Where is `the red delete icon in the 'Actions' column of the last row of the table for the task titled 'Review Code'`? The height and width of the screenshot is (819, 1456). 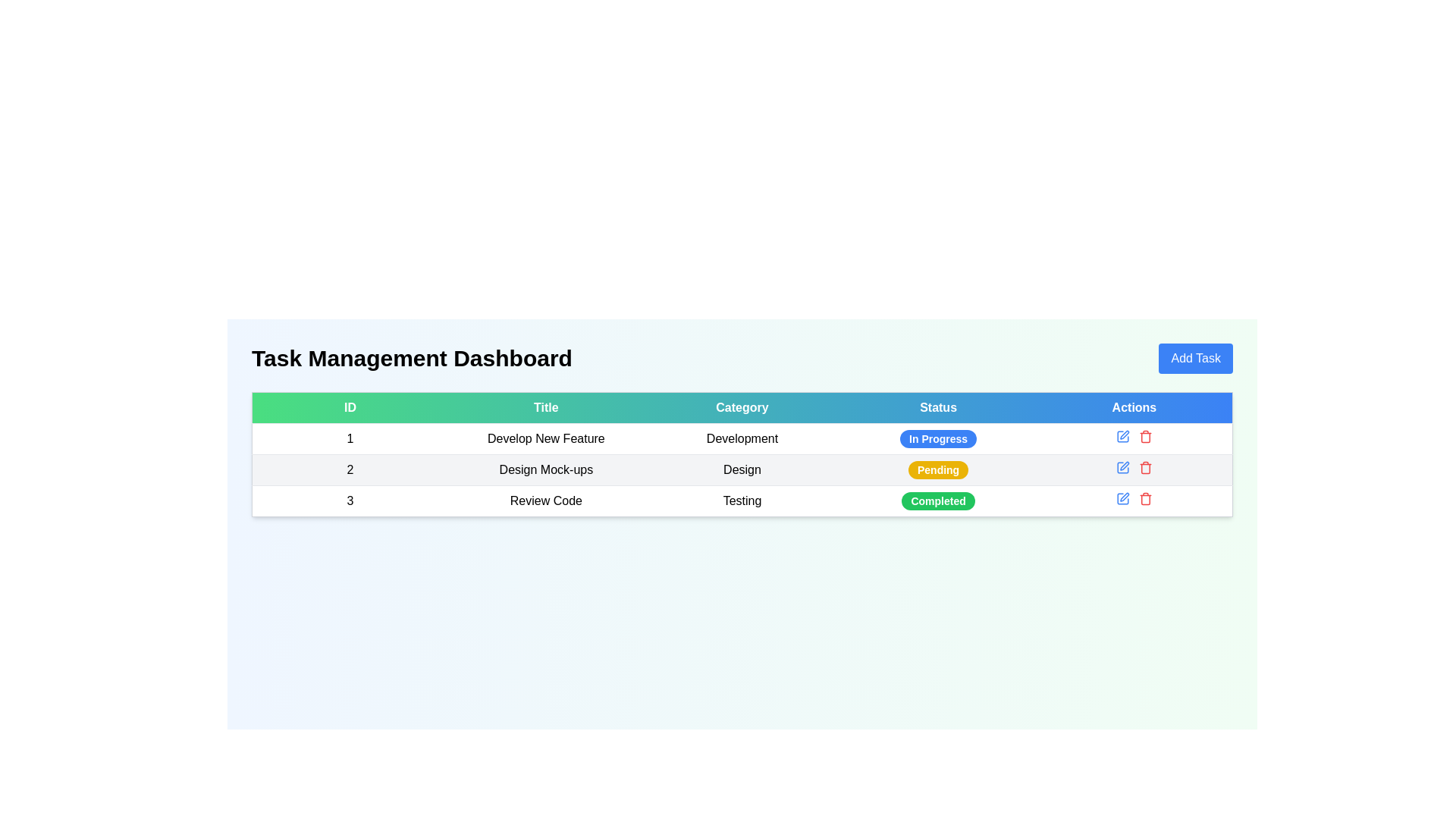 the red delete icon in the 'Actions' column of the last row of the table for the task titled 'Review Code' is located at coordinates (1134, 499).